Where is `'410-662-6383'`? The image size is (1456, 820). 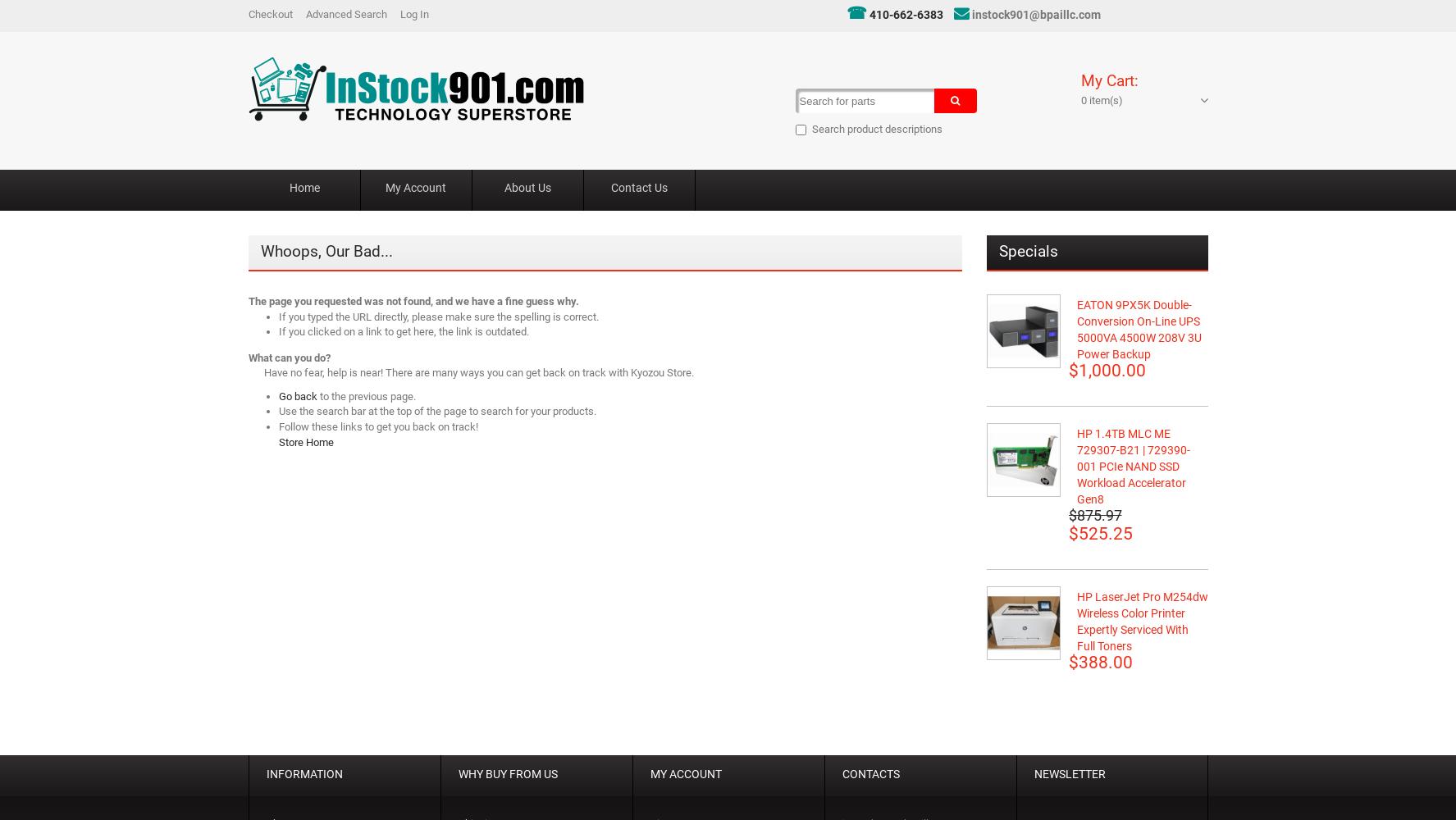
'410-662-6383' is located at coordinates (906, 15).